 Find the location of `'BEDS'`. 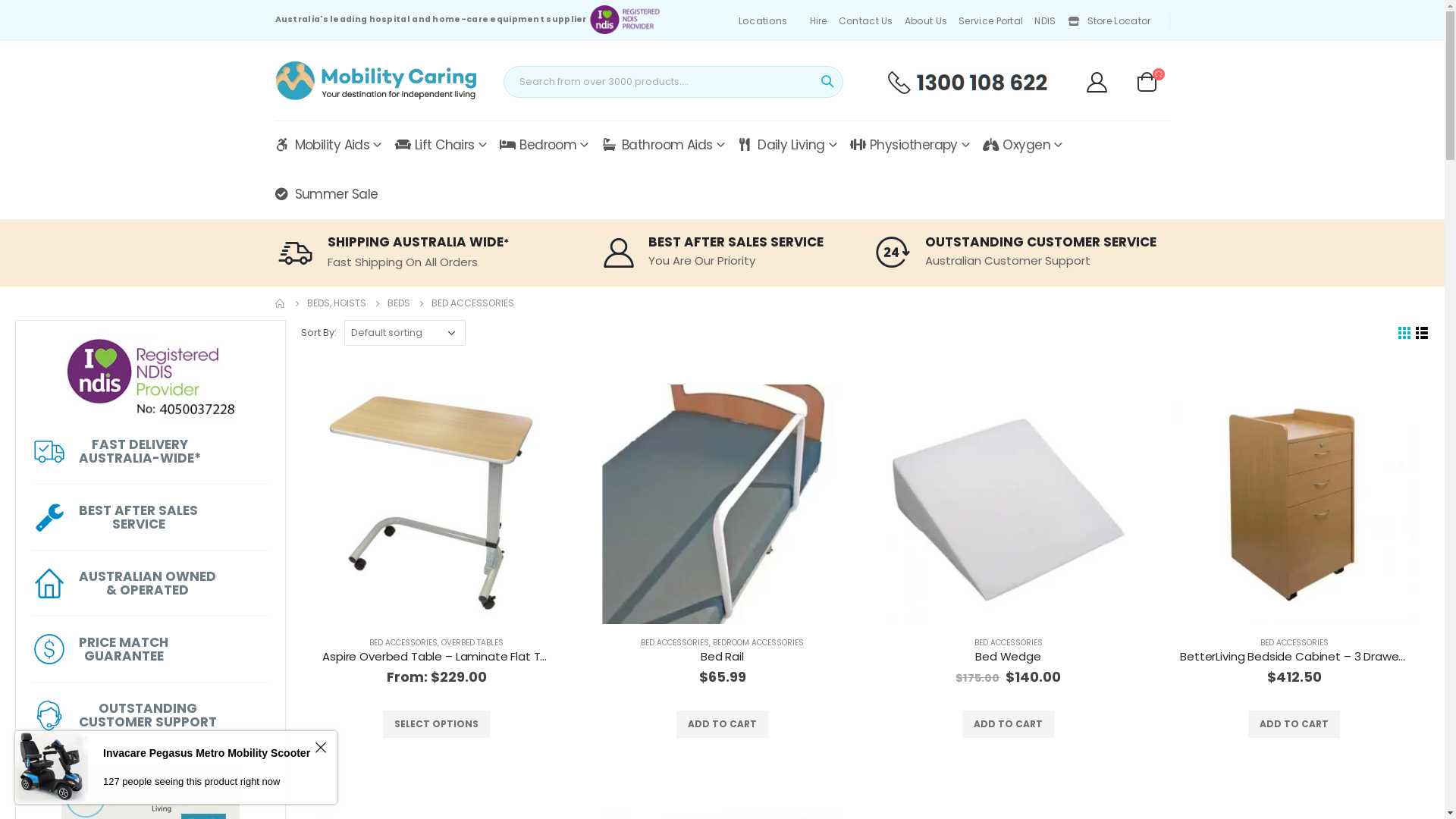

'BEDS' is located at coordinates (397, 303).